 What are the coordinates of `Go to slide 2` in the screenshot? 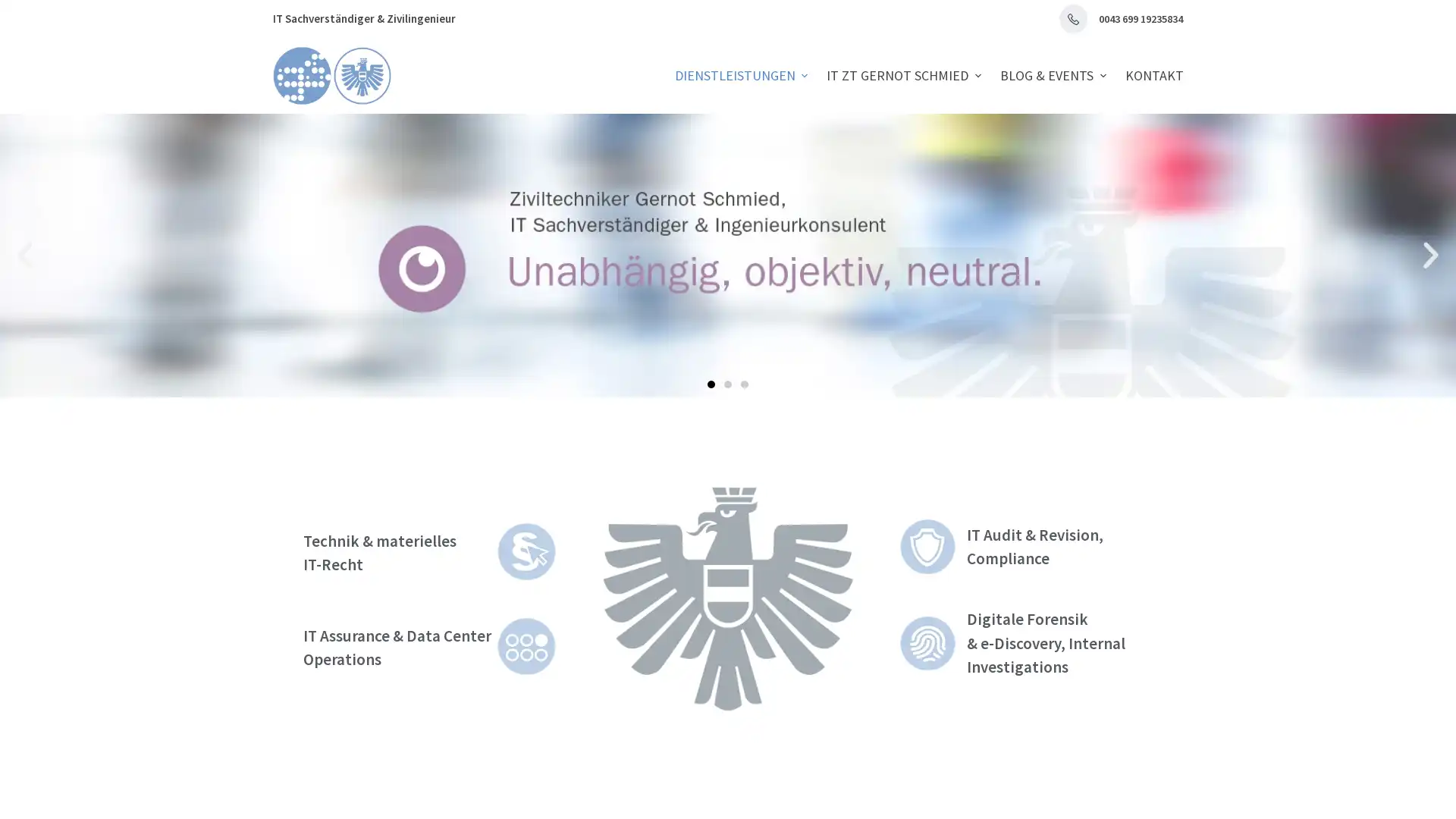 It's located at (728, 382).